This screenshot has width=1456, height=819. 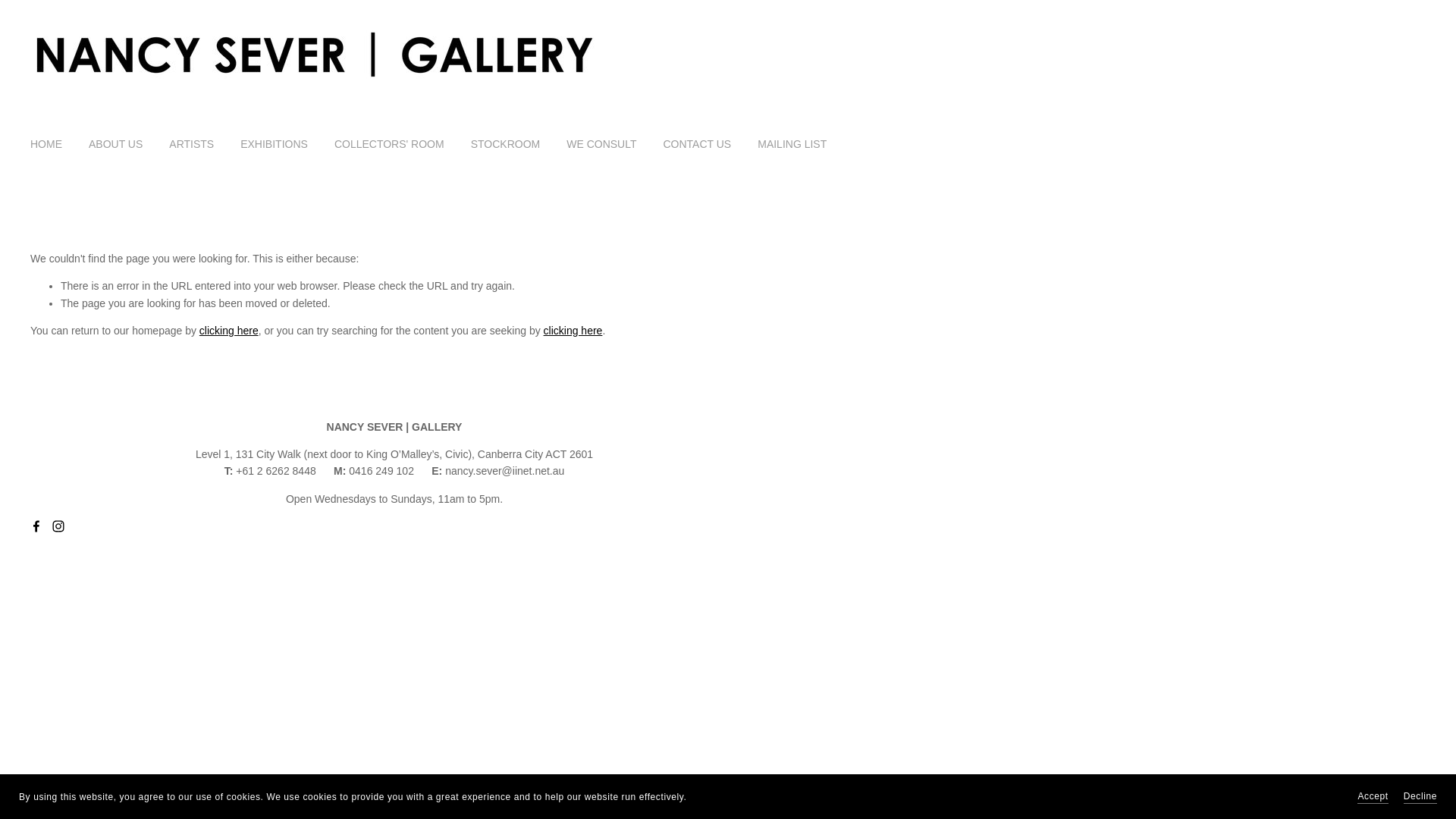 What do you see at coordinates (168, 143) in the screenshot?
I see `'ARTISTS'` at bounding box center [168, 143].